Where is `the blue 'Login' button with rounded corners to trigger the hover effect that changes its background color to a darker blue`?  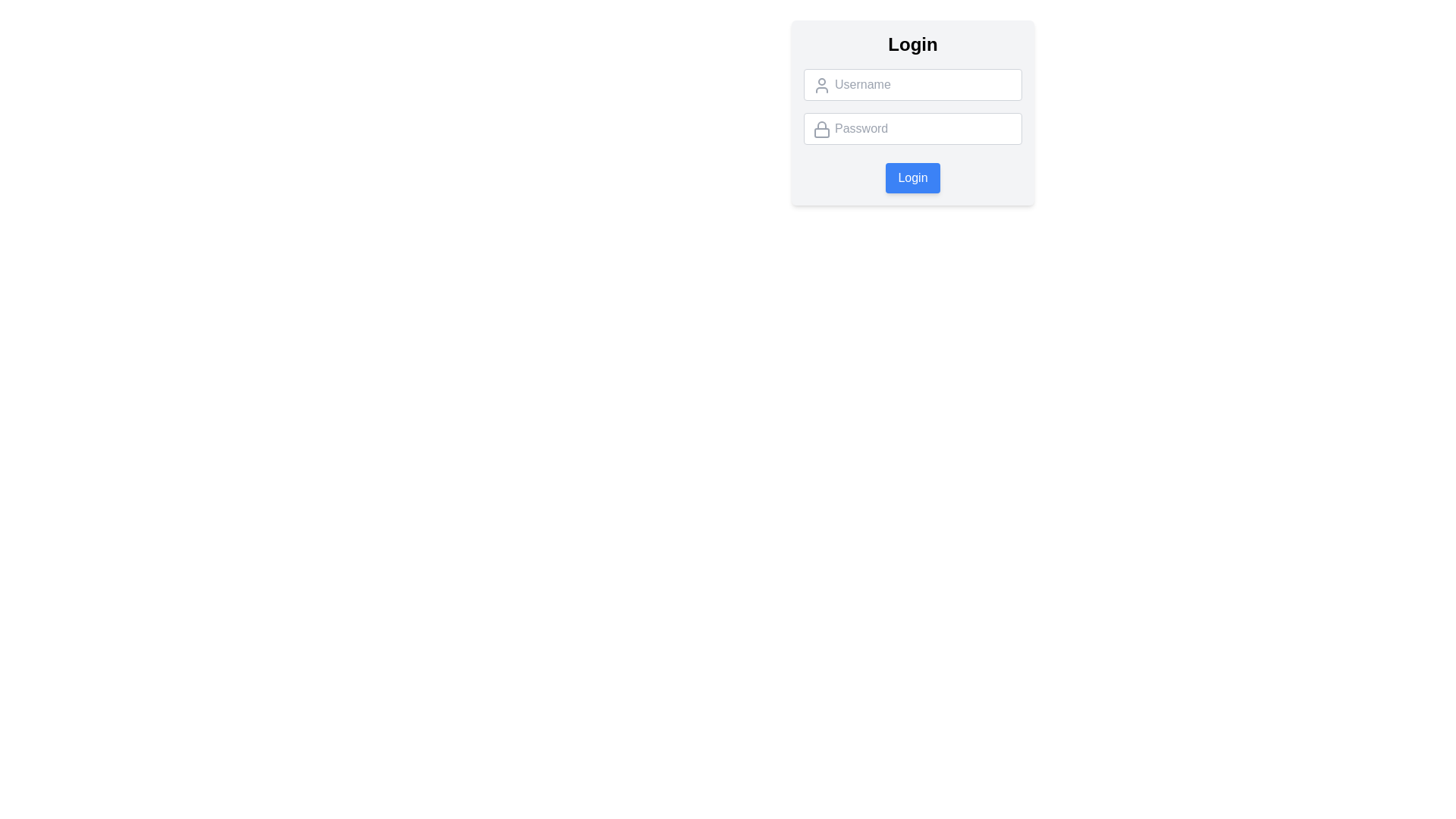
the blue 'Login' button with rounded corners to trigger the hover effect that changes its background color to a darker blue is located at coordinates (912, 177).